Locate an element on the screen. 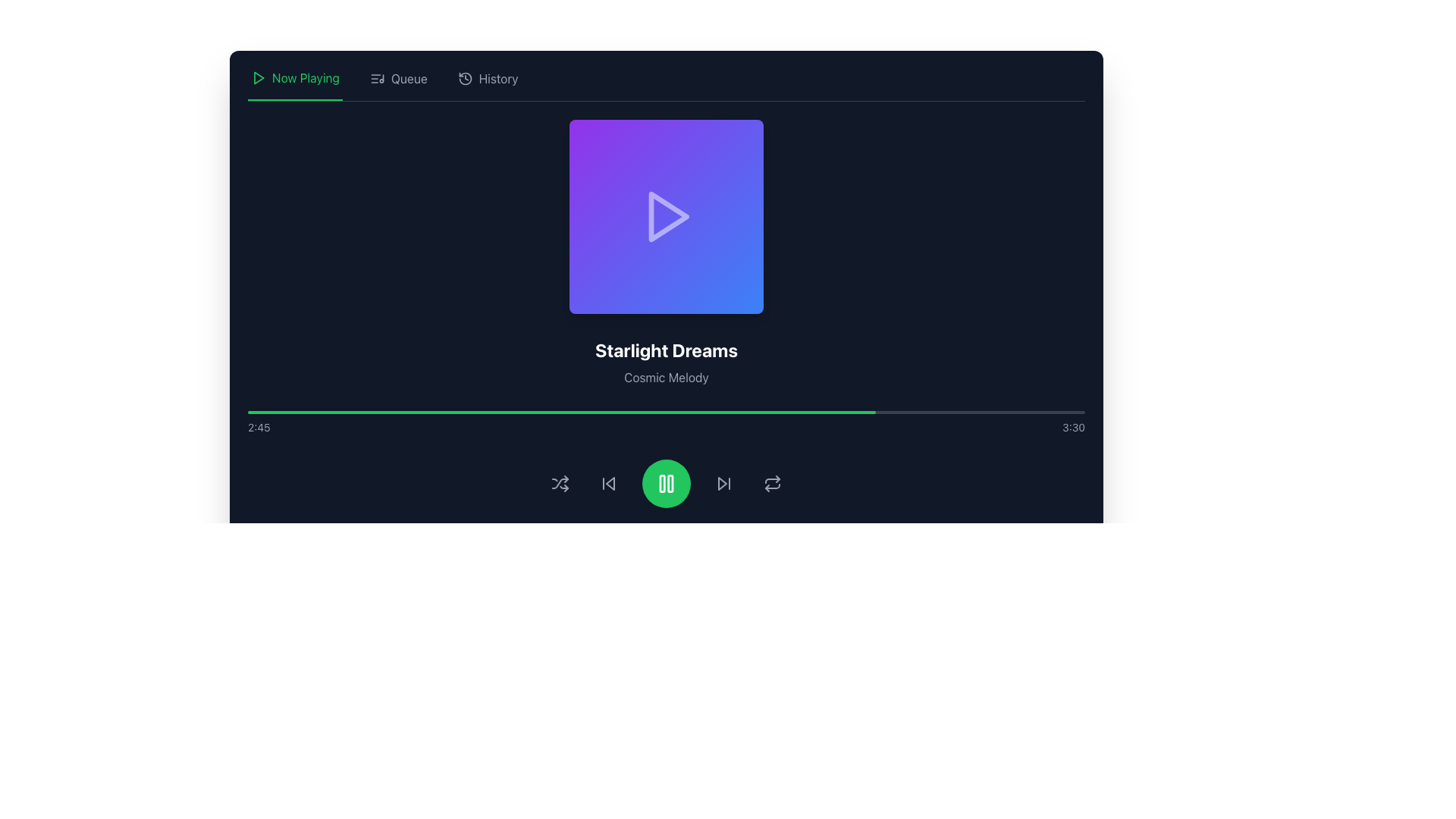 The image size is (1456, 819). the static text label displaying 'Starlight Dreams' in bold, large white font, located above 'Cosmic Melody' and below the play button icon is located at coordinates (666, 350).